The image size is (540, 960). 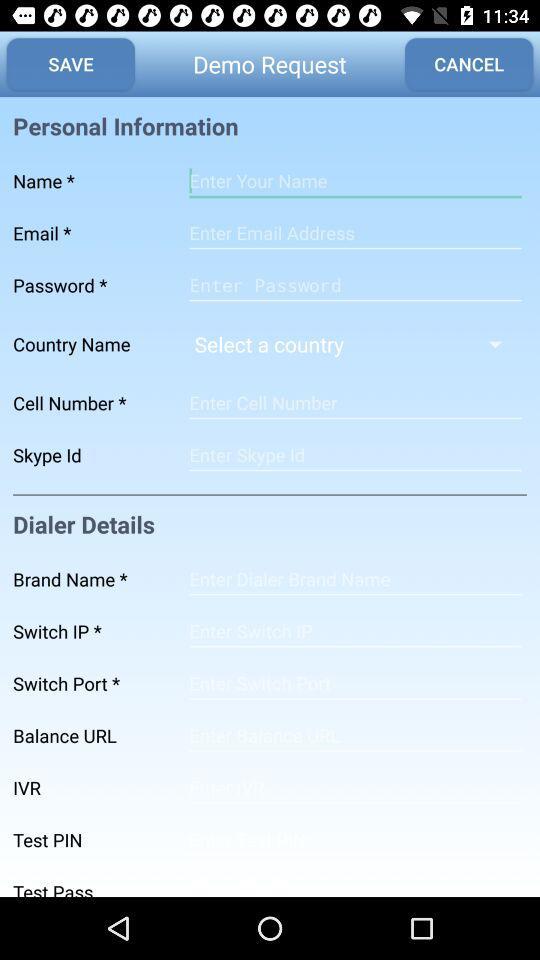 What do you see at coordinates (354, 181) in the screenshot?
I see `name type line` at bounding box center [354, 181].